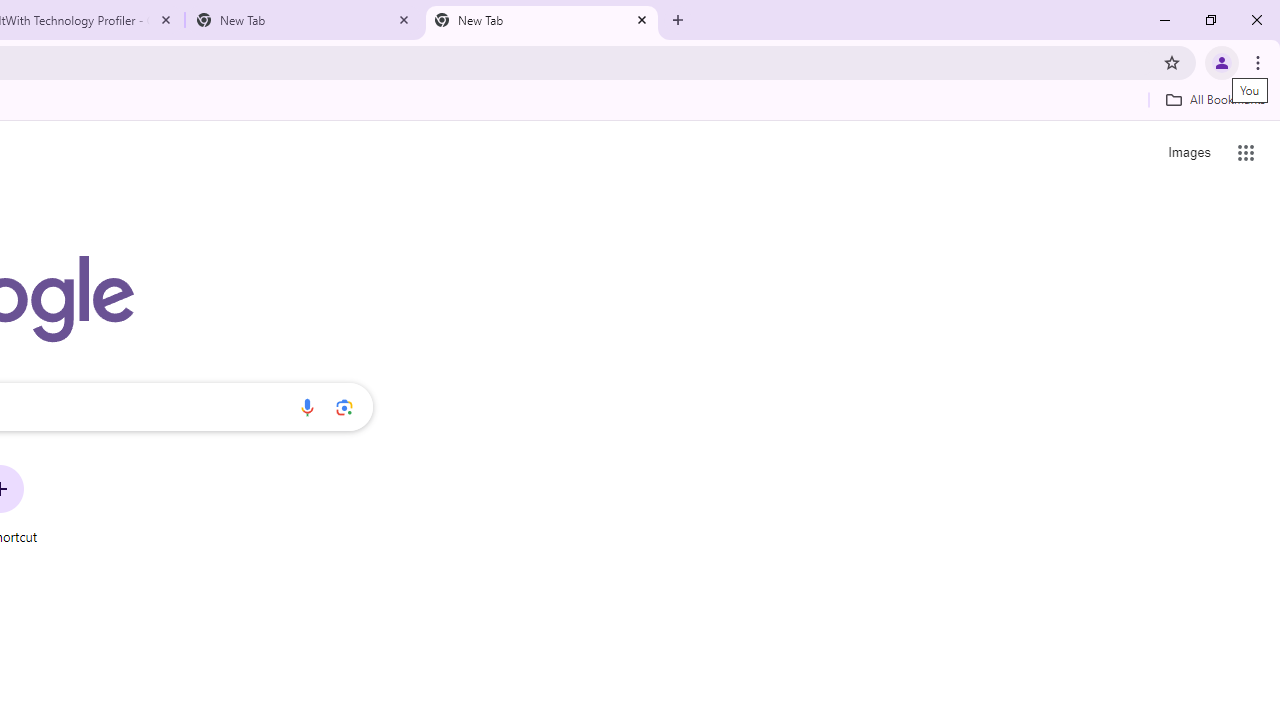 The image size is (1280, 720). I want to click on 'Search by image', so click(344, 406).